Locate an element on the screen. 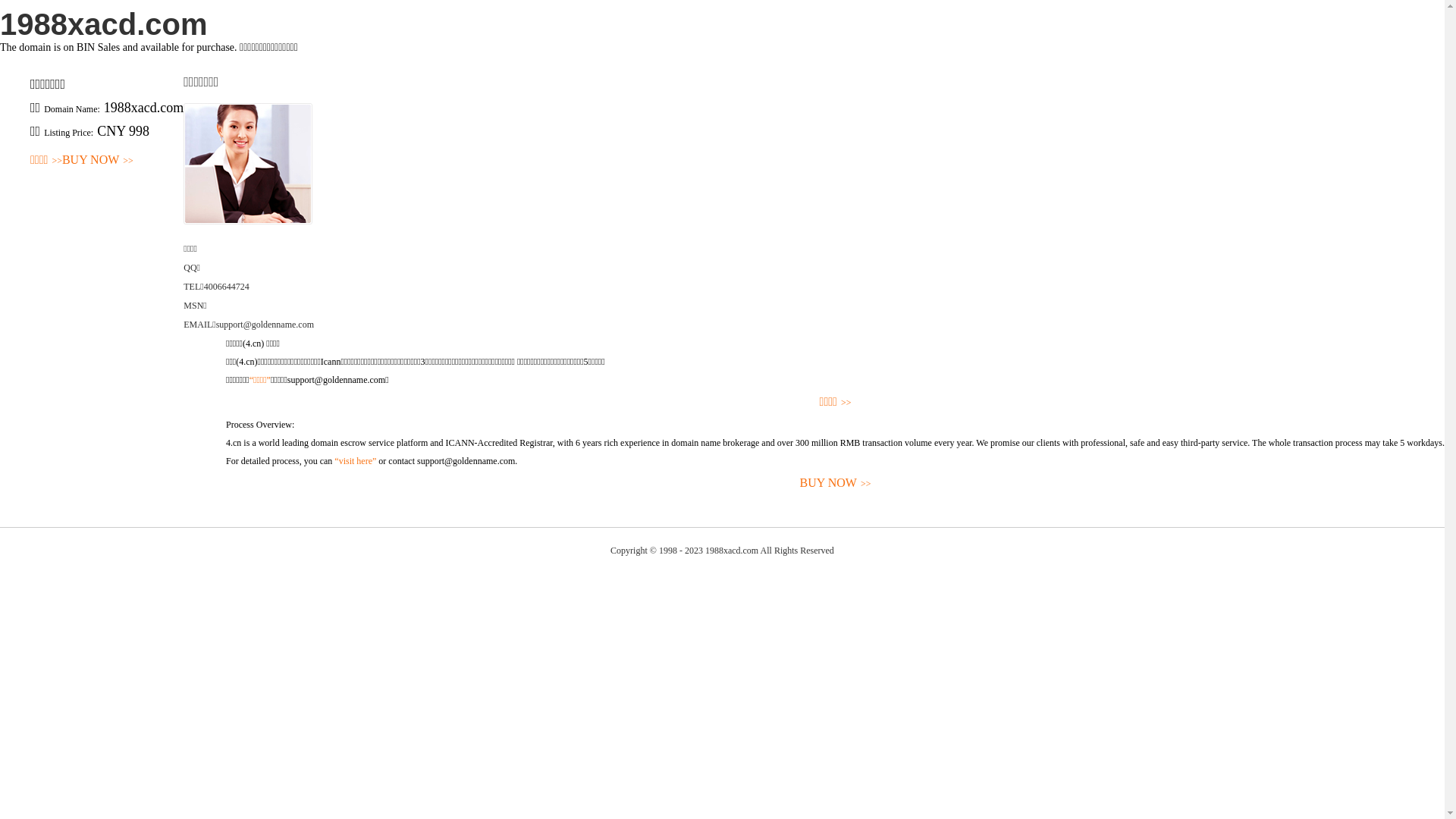 The height and width of the screenshot is (819, 1456). 'BUY NOW>>' is located at coordinates (834, 483).